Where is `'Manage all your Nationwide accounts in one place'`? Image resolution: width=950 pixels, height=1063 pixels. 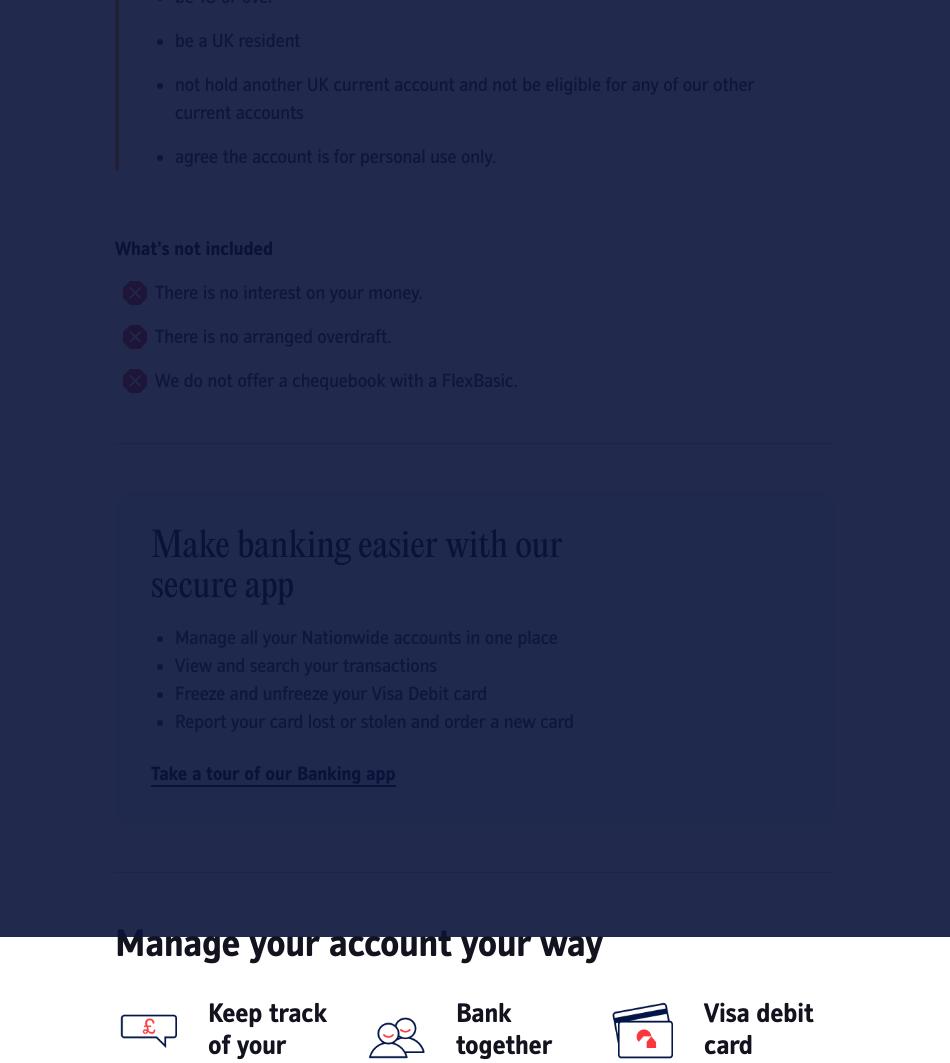 'Manage all your Nationwide accounts in one place' is located at coordinates (365, 637).